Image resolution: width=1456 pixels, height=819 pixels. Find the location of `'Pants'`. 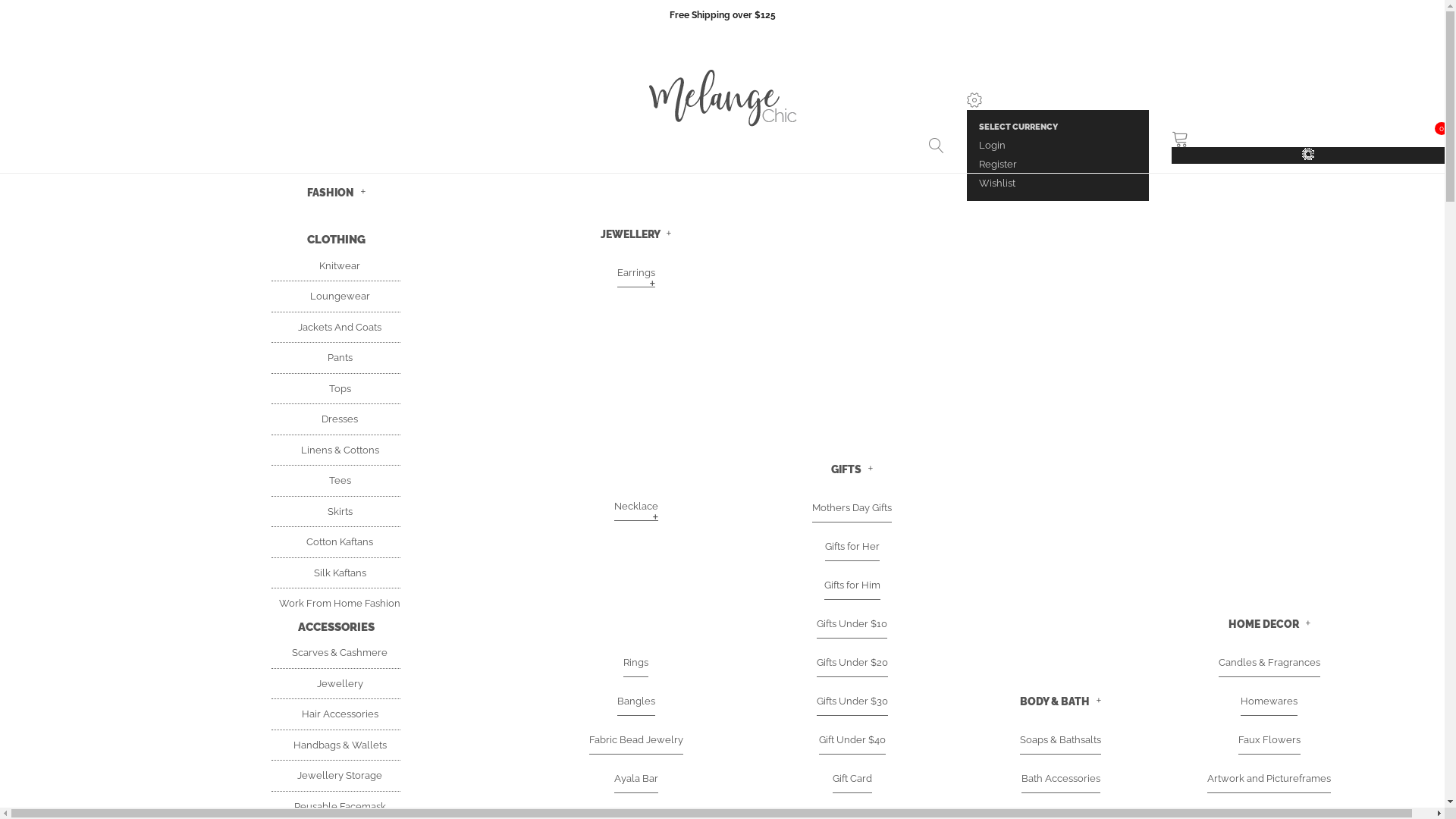

'Pants' is located at coordinates (335, 357).